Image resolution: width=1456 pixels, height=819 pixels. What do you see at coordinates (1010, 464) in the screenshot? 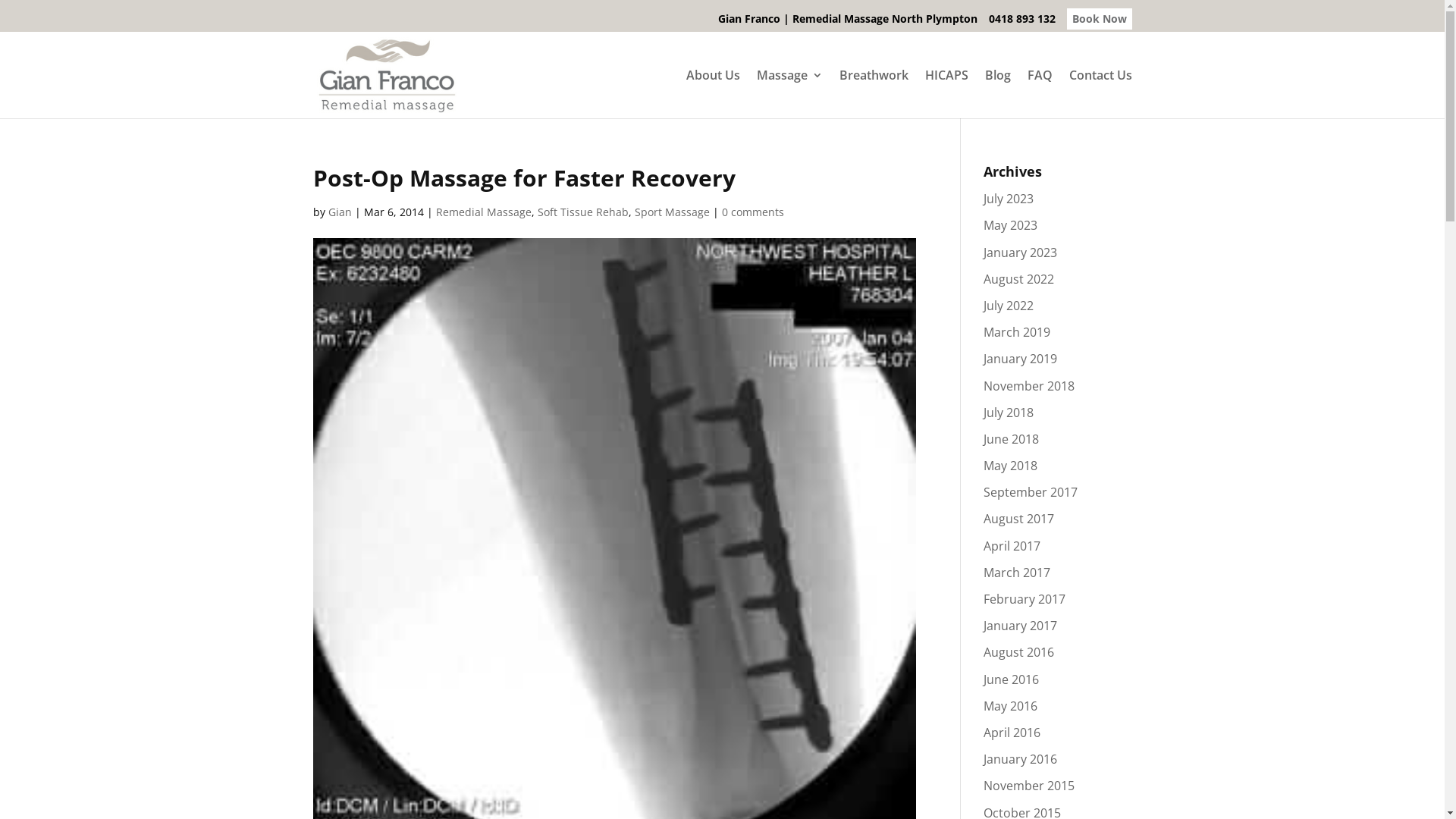
I see `'May 2018'` at bounding box center [1010, 464].